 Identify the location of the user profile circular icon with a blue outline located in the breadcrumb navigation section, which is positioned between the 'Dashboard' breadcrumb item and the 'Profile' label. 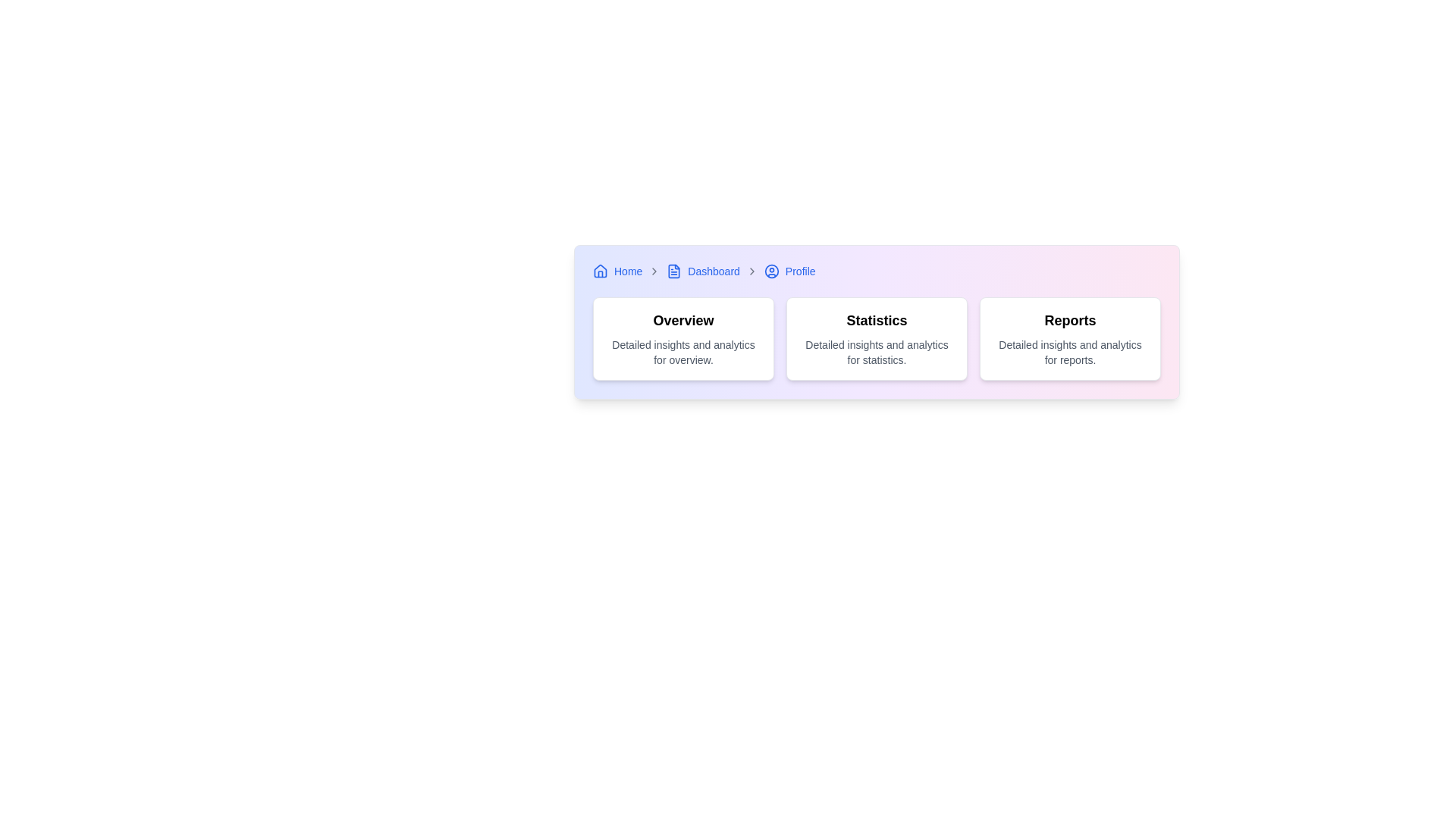
(771, 271).